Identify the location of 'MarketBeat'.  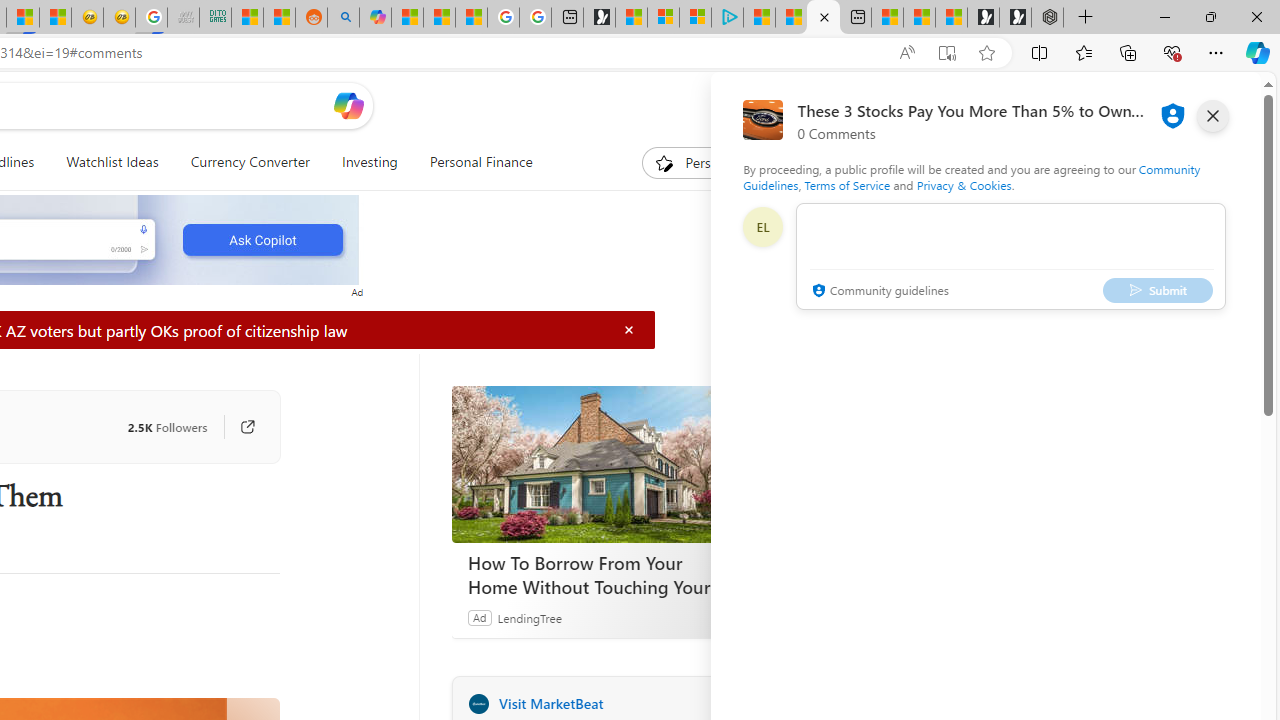
(477, 702).